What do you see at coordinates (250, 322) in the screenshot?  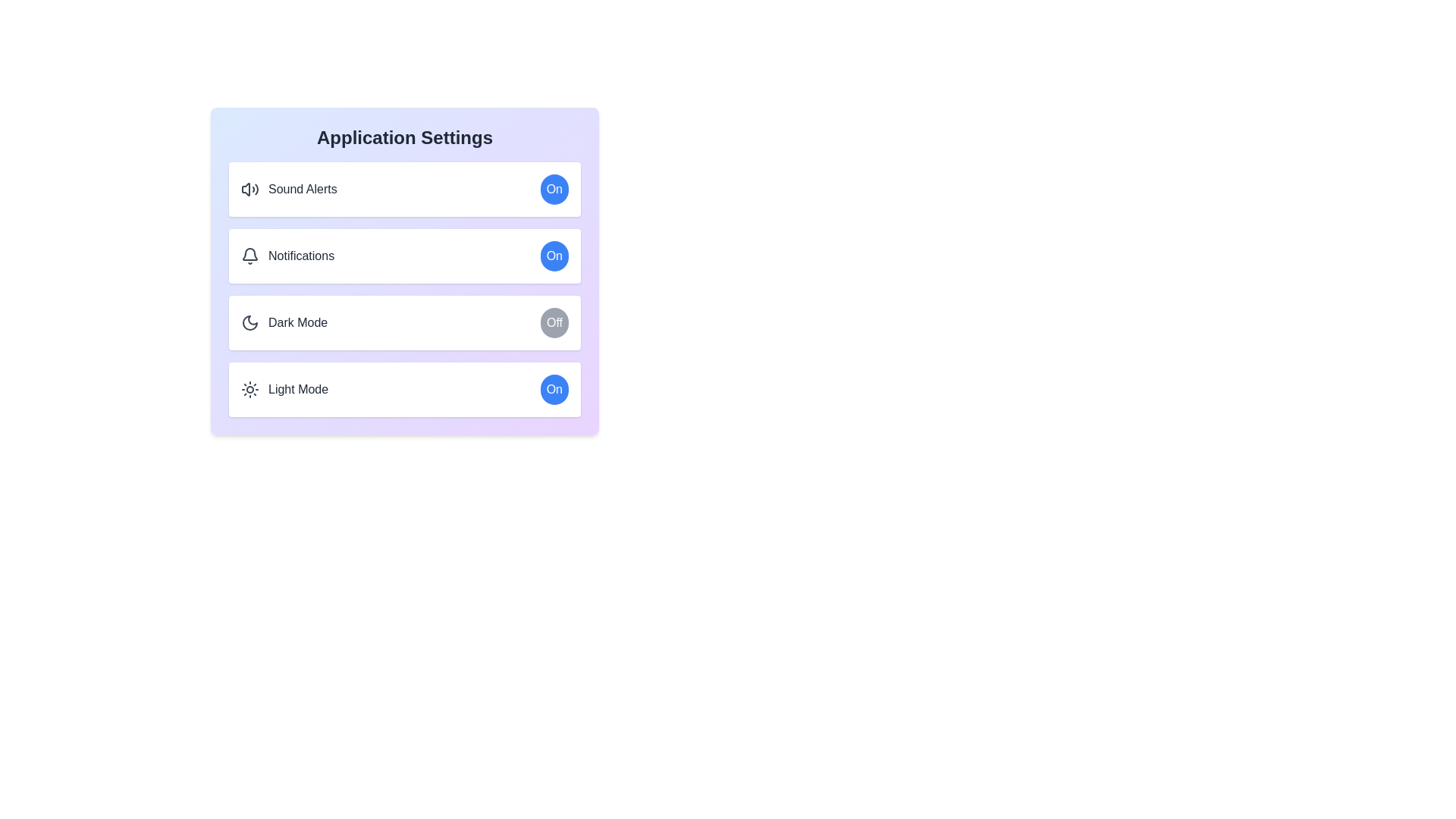 I see `the 'Dark Mode' icon located on the left side of the third row in the 'Application Settings' interface` at bounding box center [250, 322].